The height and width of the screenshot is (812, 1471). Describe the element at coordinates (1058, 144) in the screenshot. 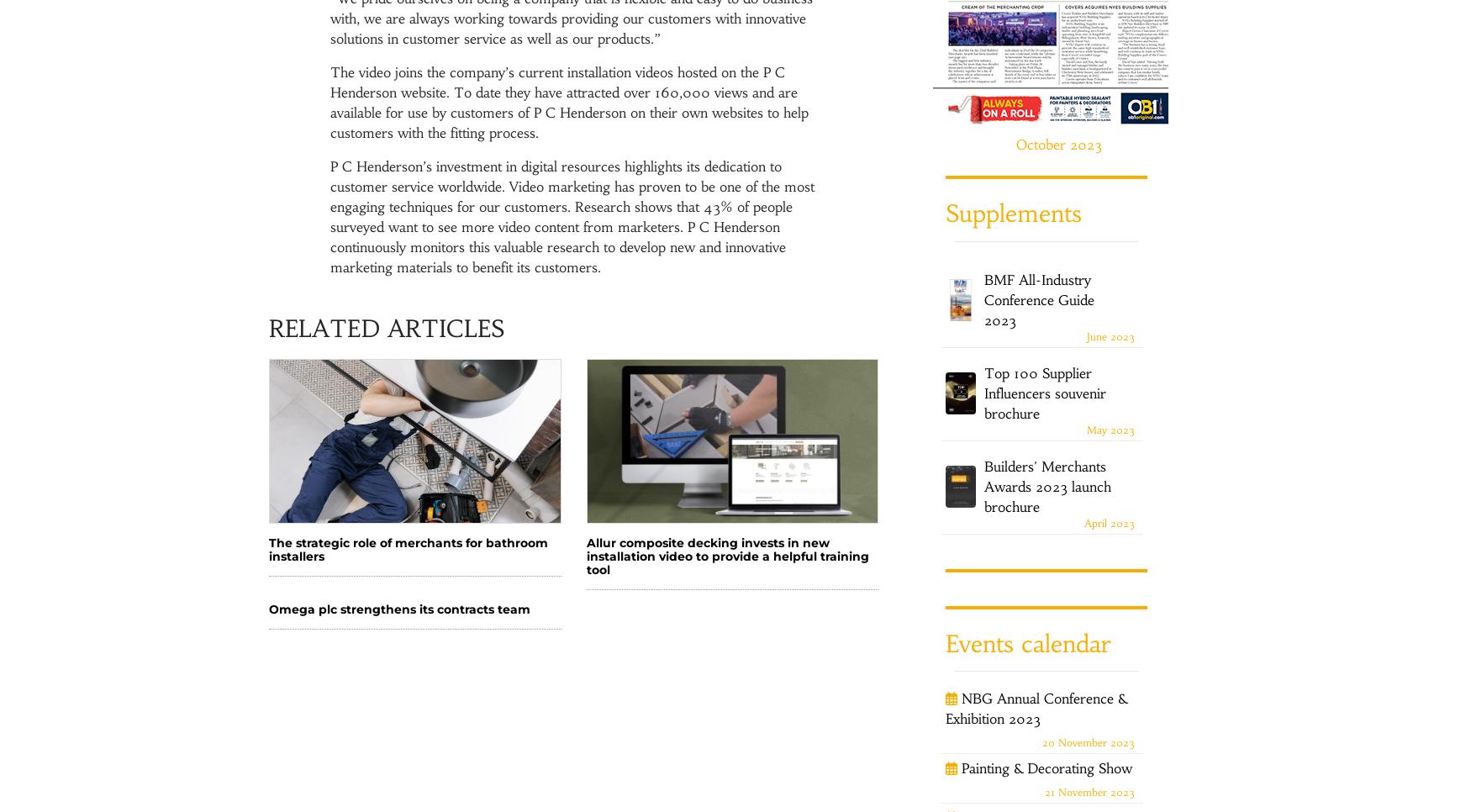

I see `'October 2023'` at that location.